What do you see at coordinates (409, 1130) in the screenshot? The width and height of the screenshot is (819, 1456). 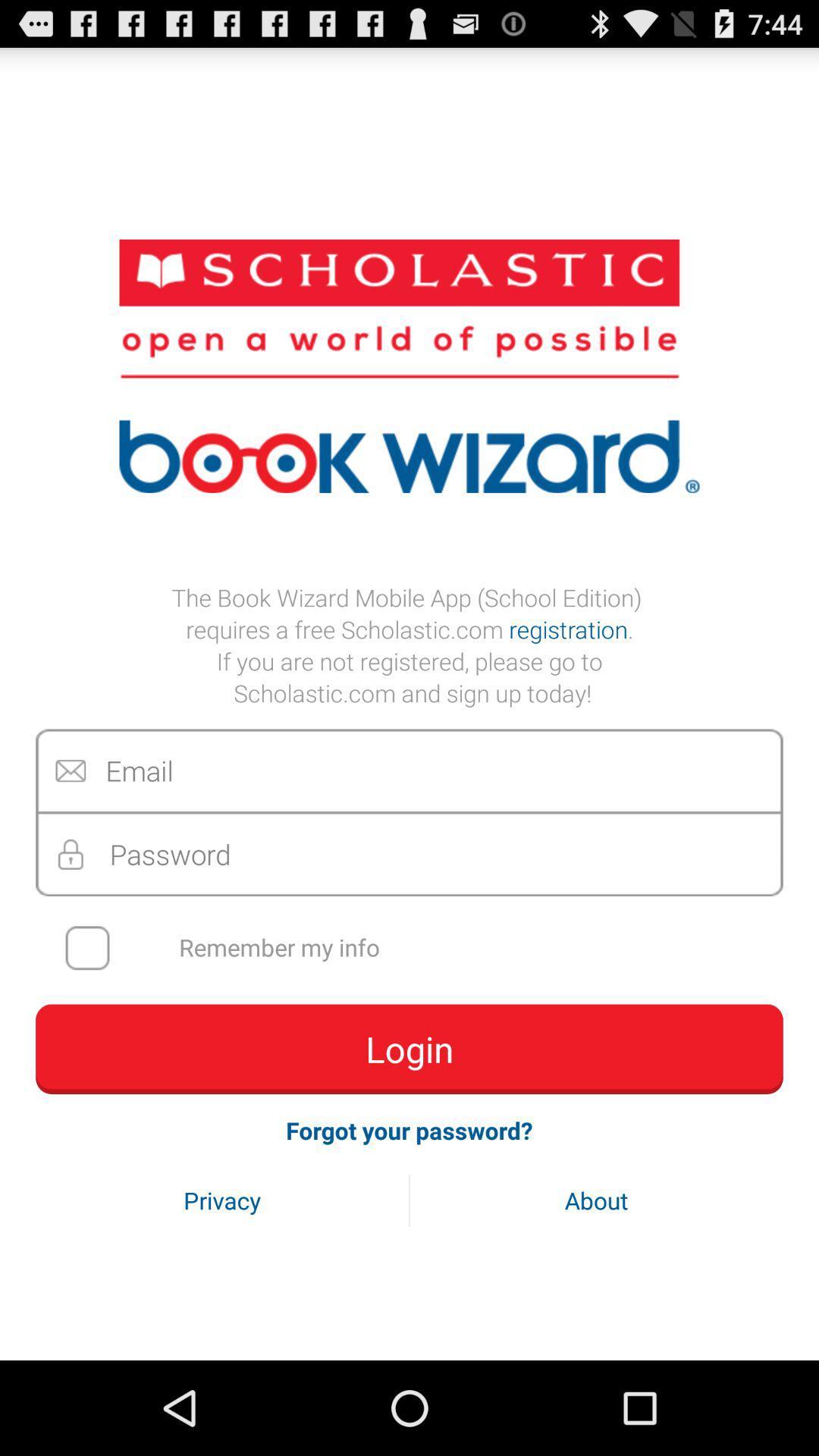 I see `the forgot your password?` at bounding box center [409, 1130].